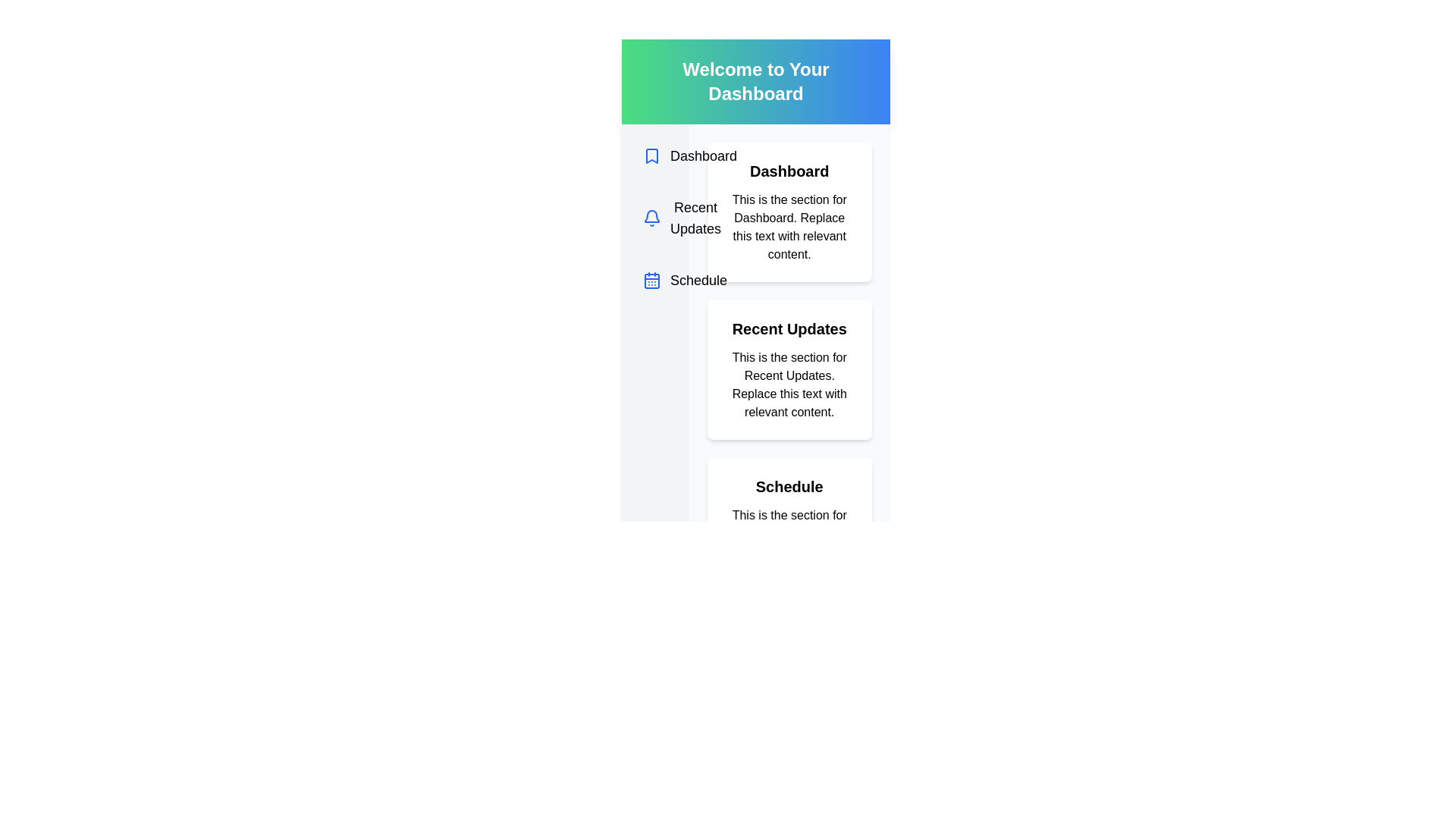  What do you see at coordinates (756, 82) in the screenshot?
I see `the greeting header banner located at the top of the dashboard interface, which welcomes the user to the platform` at bounding box center [756, 82].